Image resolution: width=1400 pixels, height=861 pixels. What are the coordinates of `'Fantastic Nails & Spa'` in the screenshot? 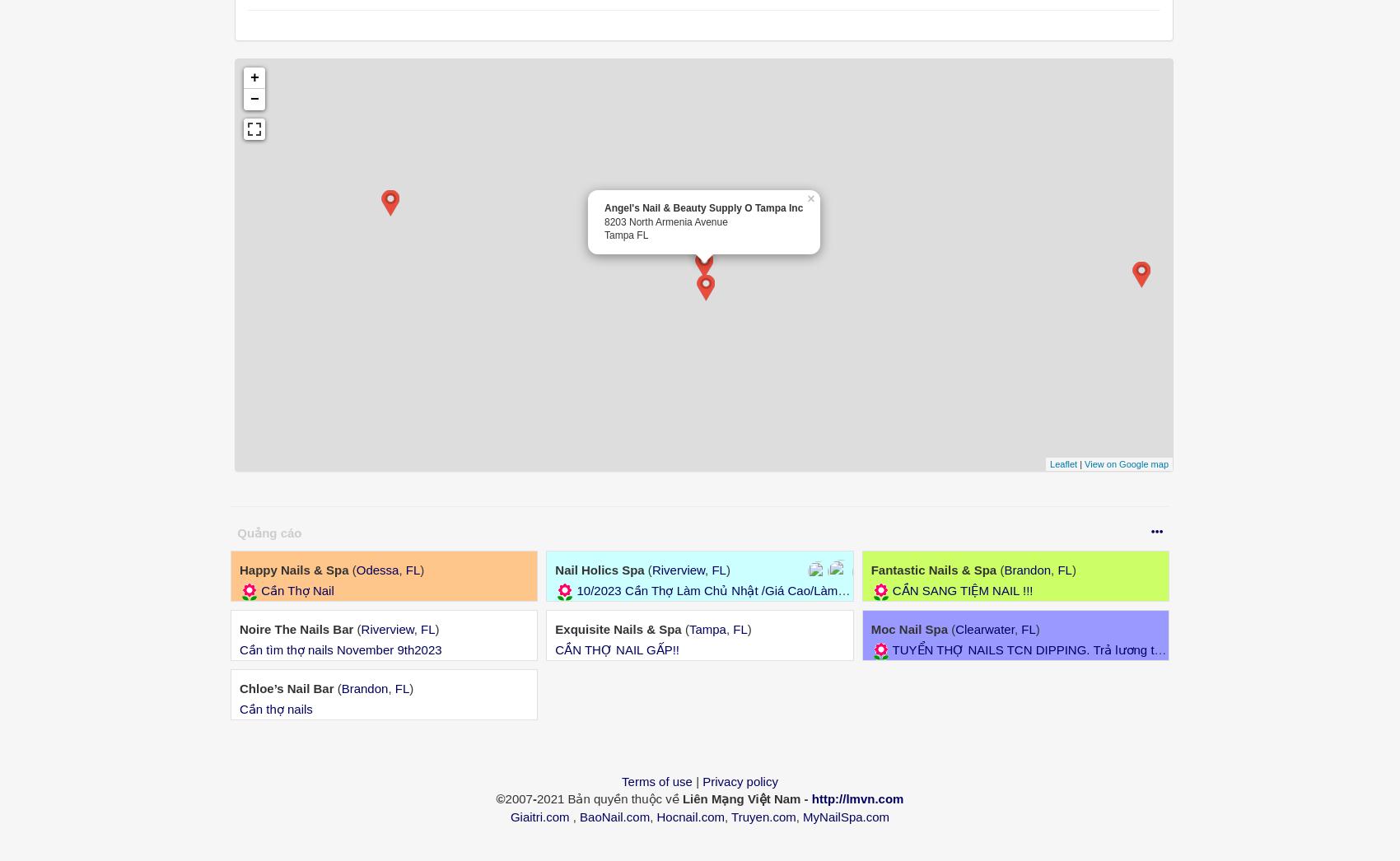 It's located at (933, 569).